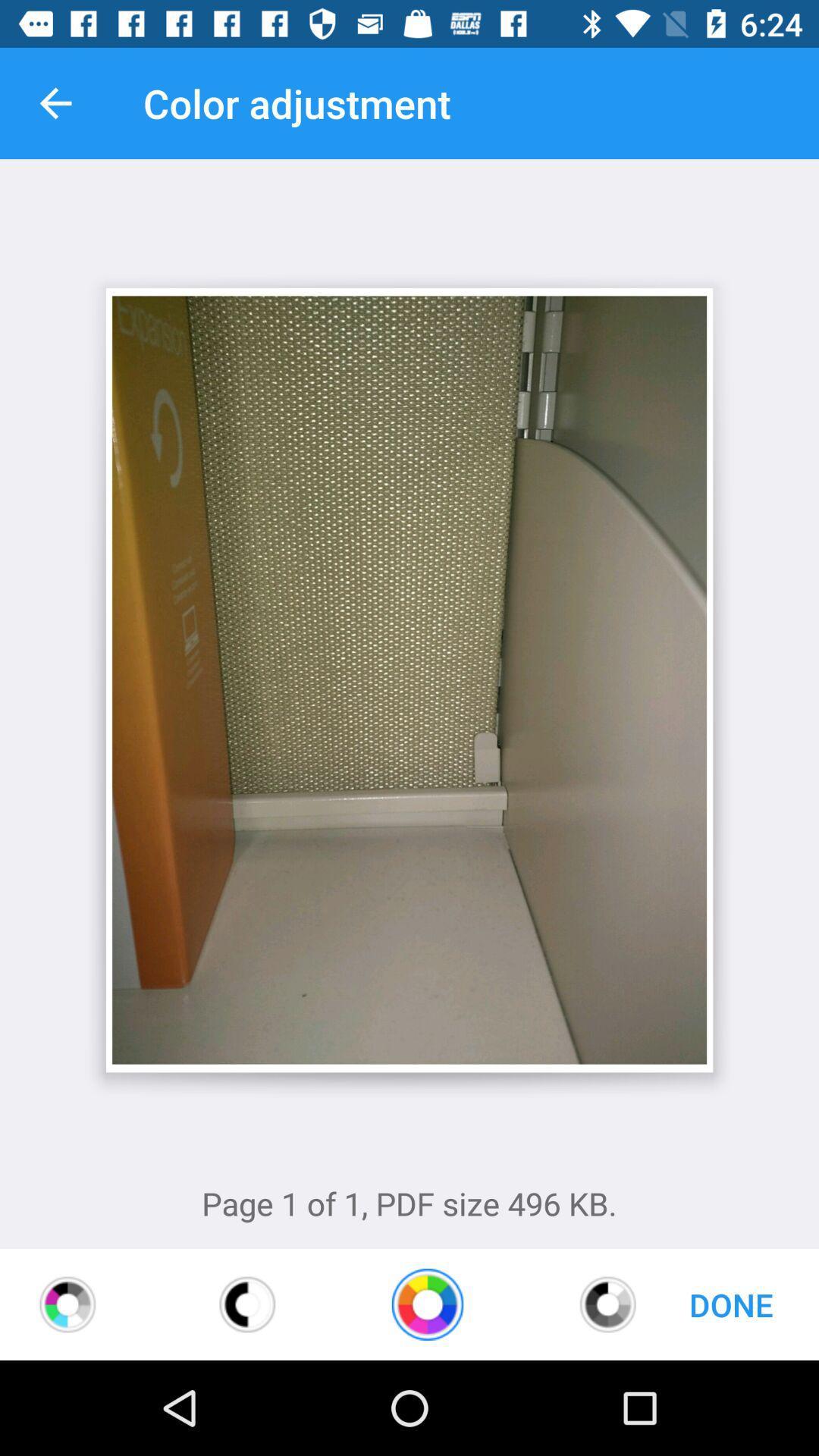 Image resolution: width=819 pixels, height=1456 pixels. Describe the element at coordinates (246, 1304) in the screenshot. I see `icon below the page 1 of icon` at that location.